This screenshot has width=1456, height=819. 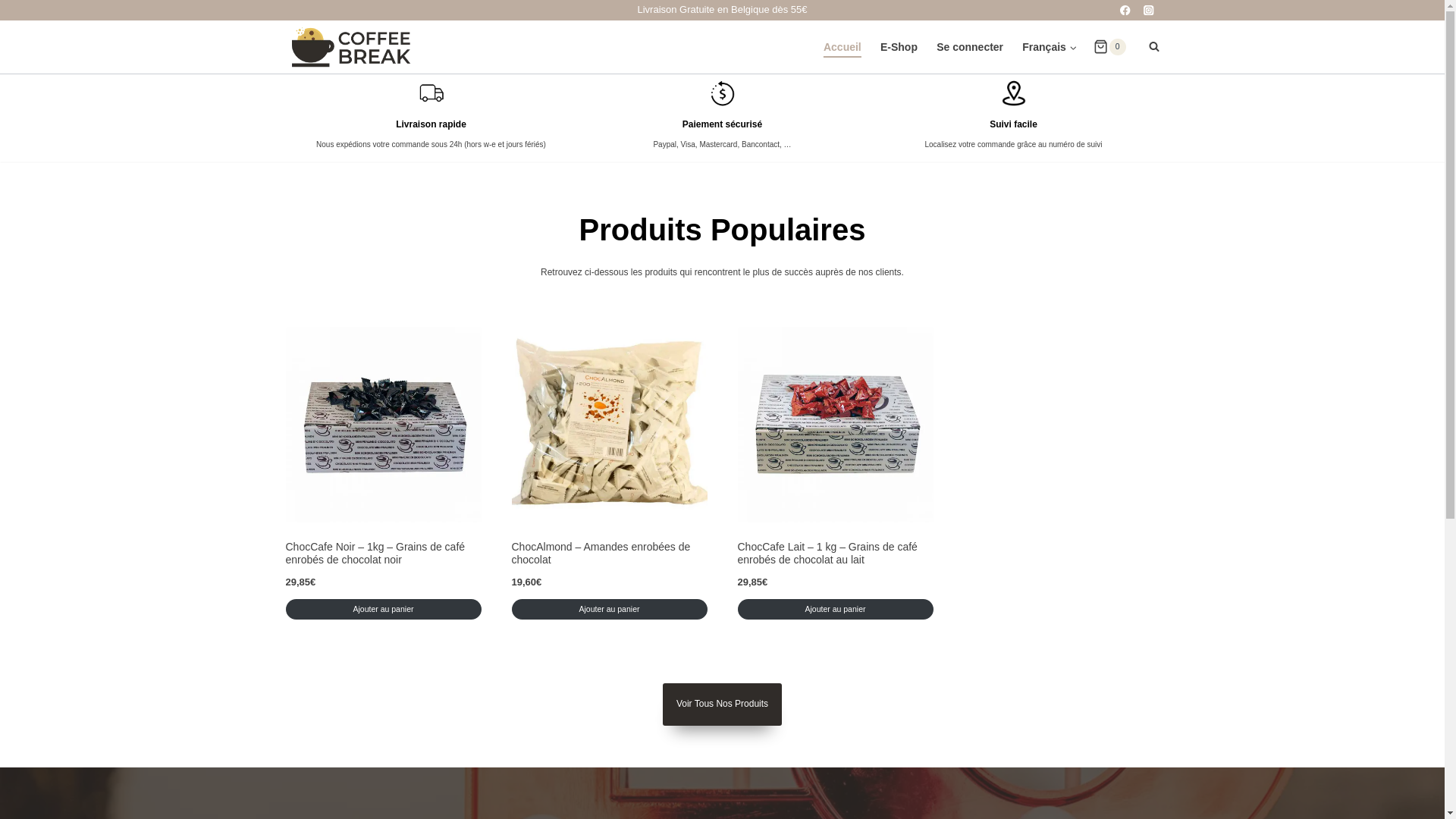 I want to click on 'Ajouter au panier', so click(x=608, y=608).